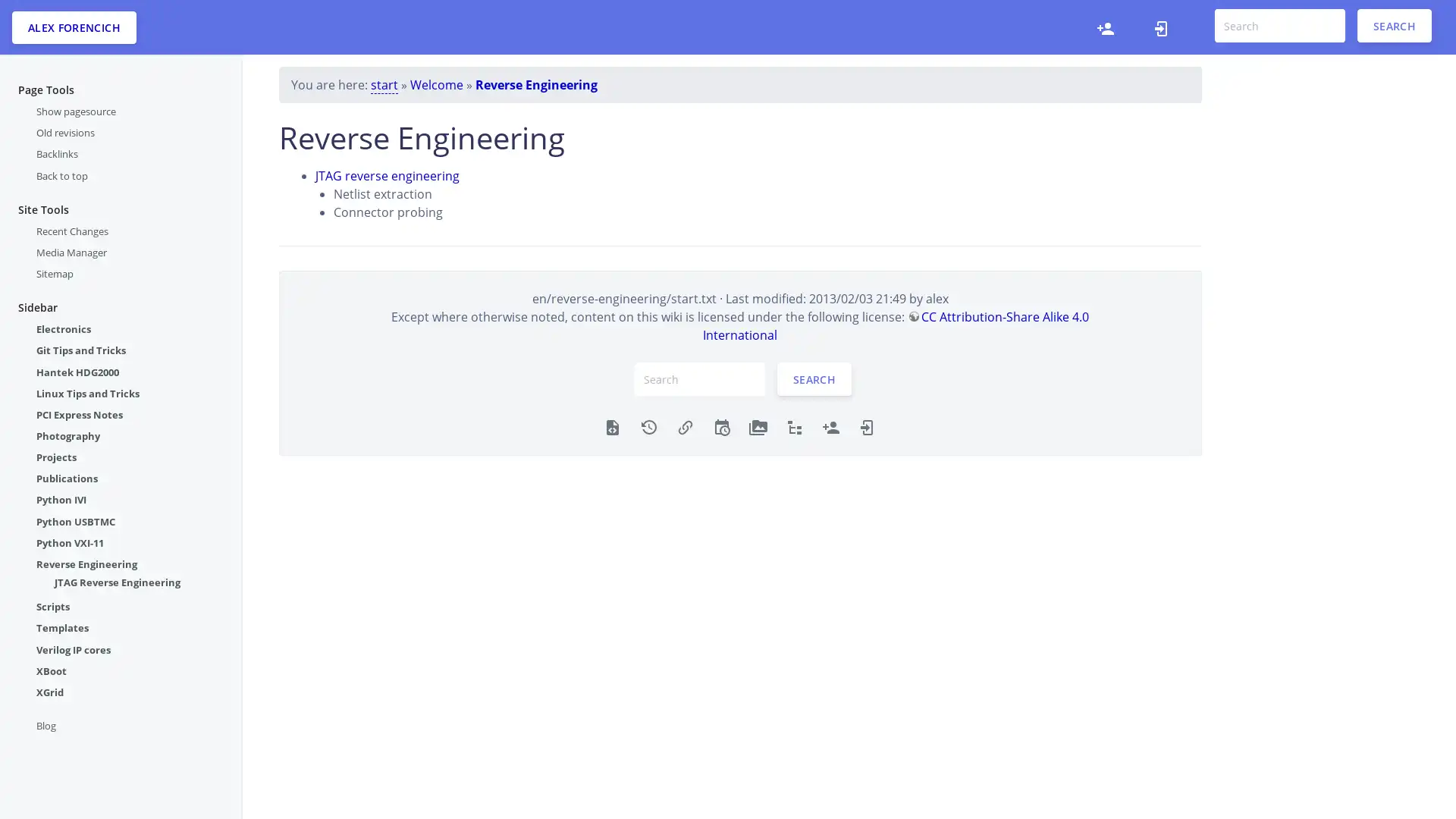 This screenshot has width=1456, height=819. I want to click on SEARCH, so click(1394, 26).